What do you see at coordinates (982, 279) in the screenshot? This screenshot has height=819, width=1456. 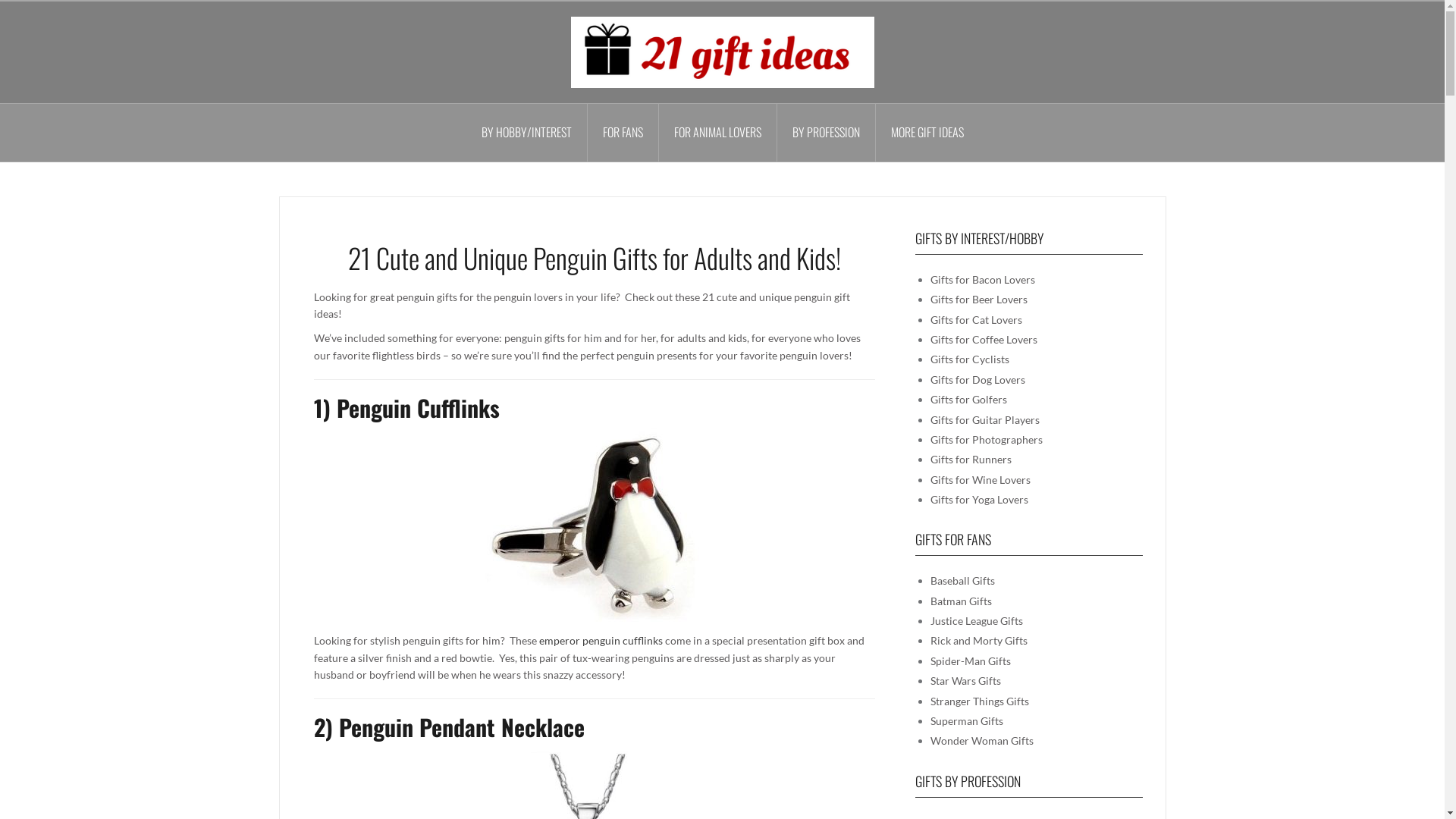 I see `'Gifts for Bacon Lovers'` at bounding box center [982, 279].